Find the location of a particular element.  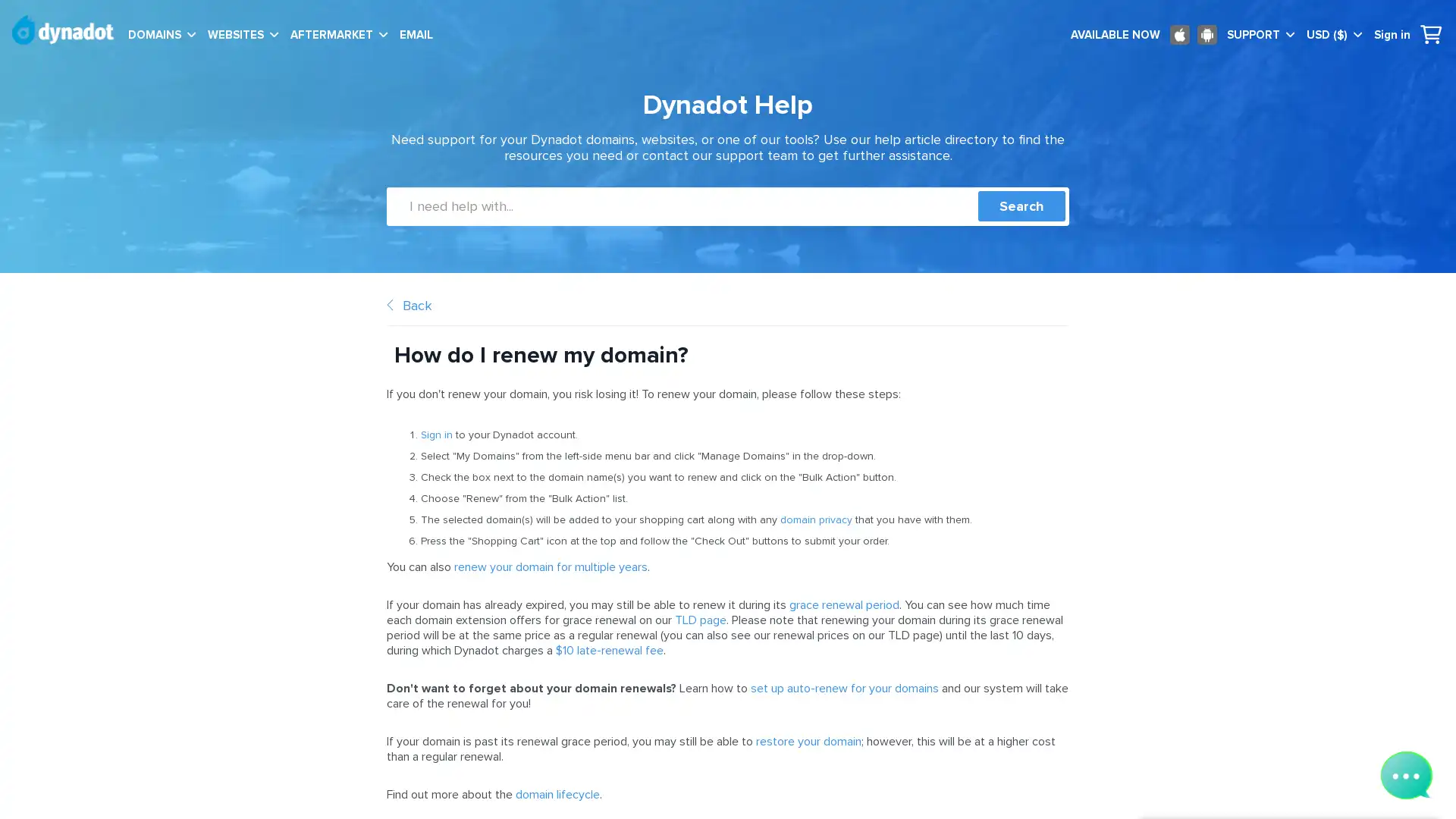

Search is located at coordinates (1021, 206).